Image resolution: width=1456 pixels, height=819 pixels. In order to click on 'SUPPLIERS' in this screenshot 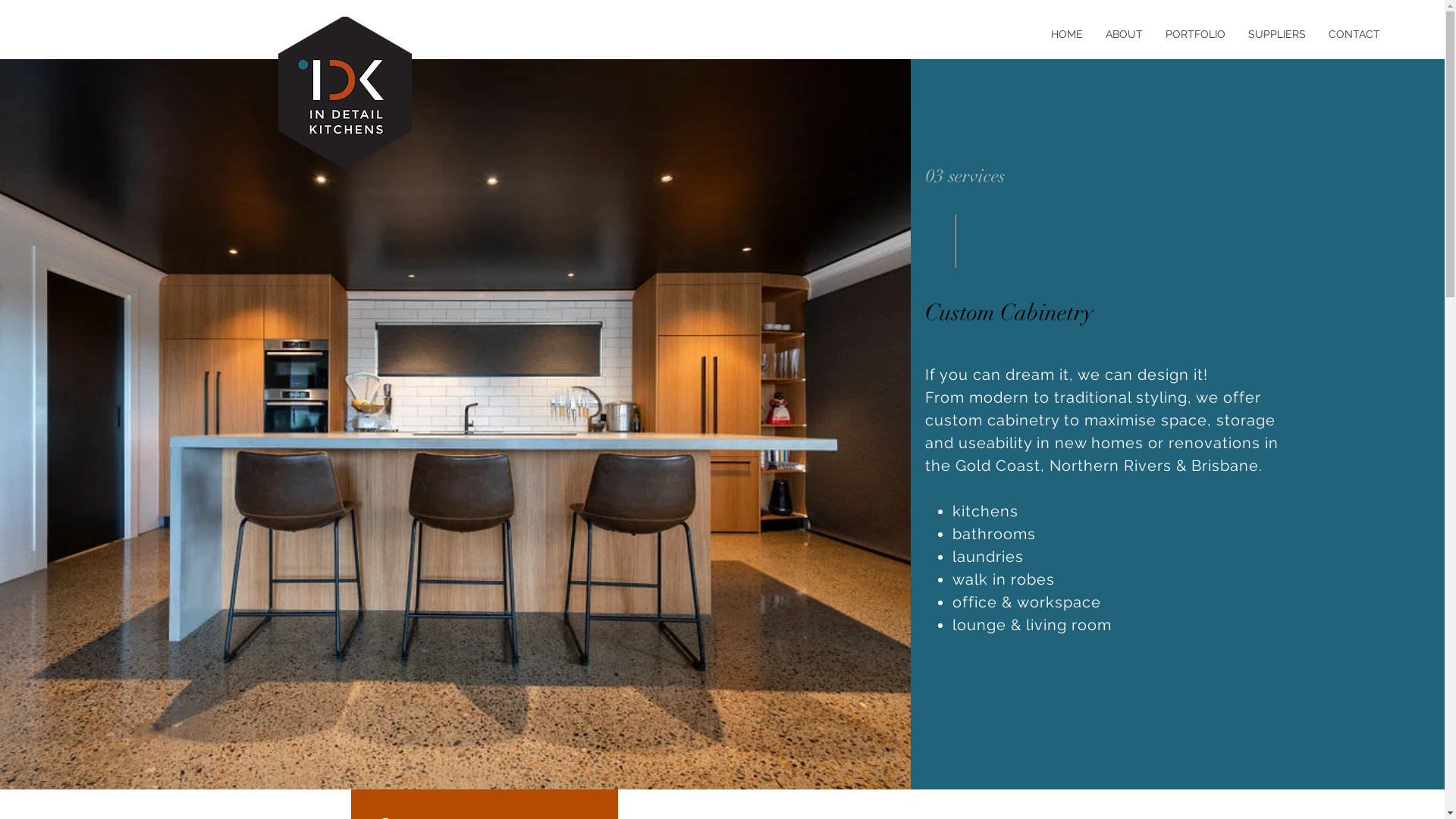, I will do `click(1276, 34)`.